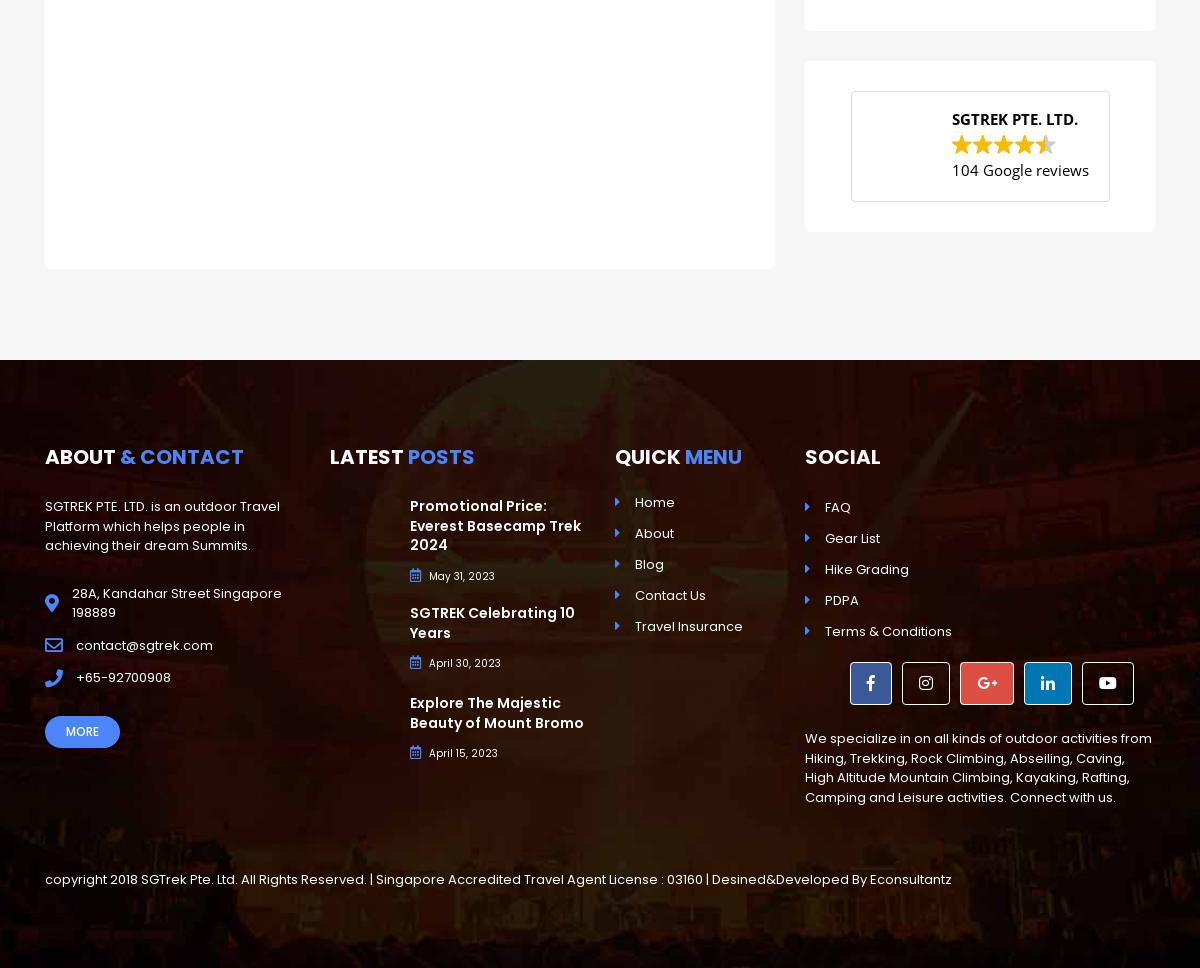  I want to click on 'Terms & Conditions', so click(887, 630).